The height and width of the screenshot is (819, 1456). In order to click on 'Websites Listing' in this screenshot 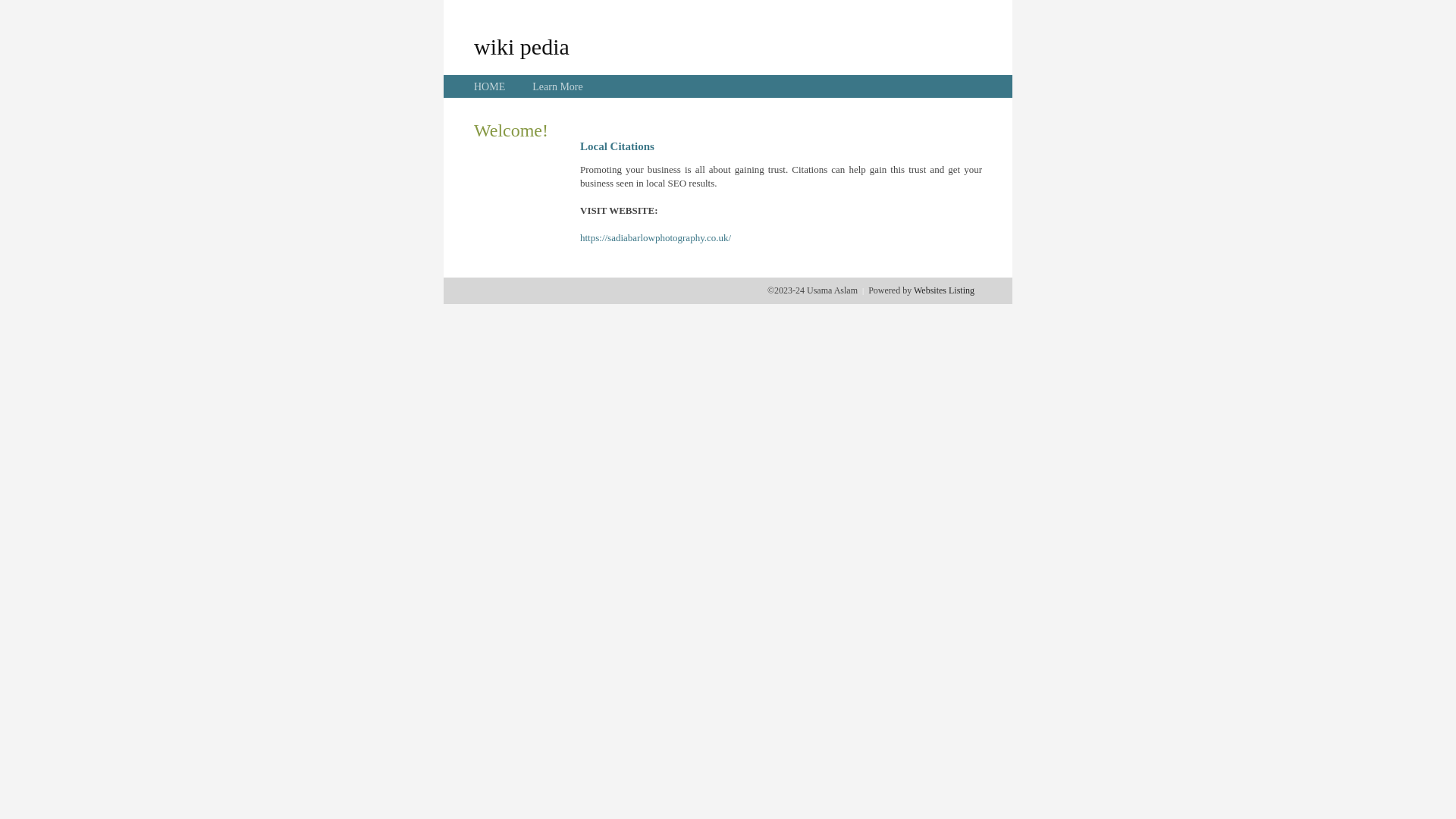, I will do `click(943, 290)`.